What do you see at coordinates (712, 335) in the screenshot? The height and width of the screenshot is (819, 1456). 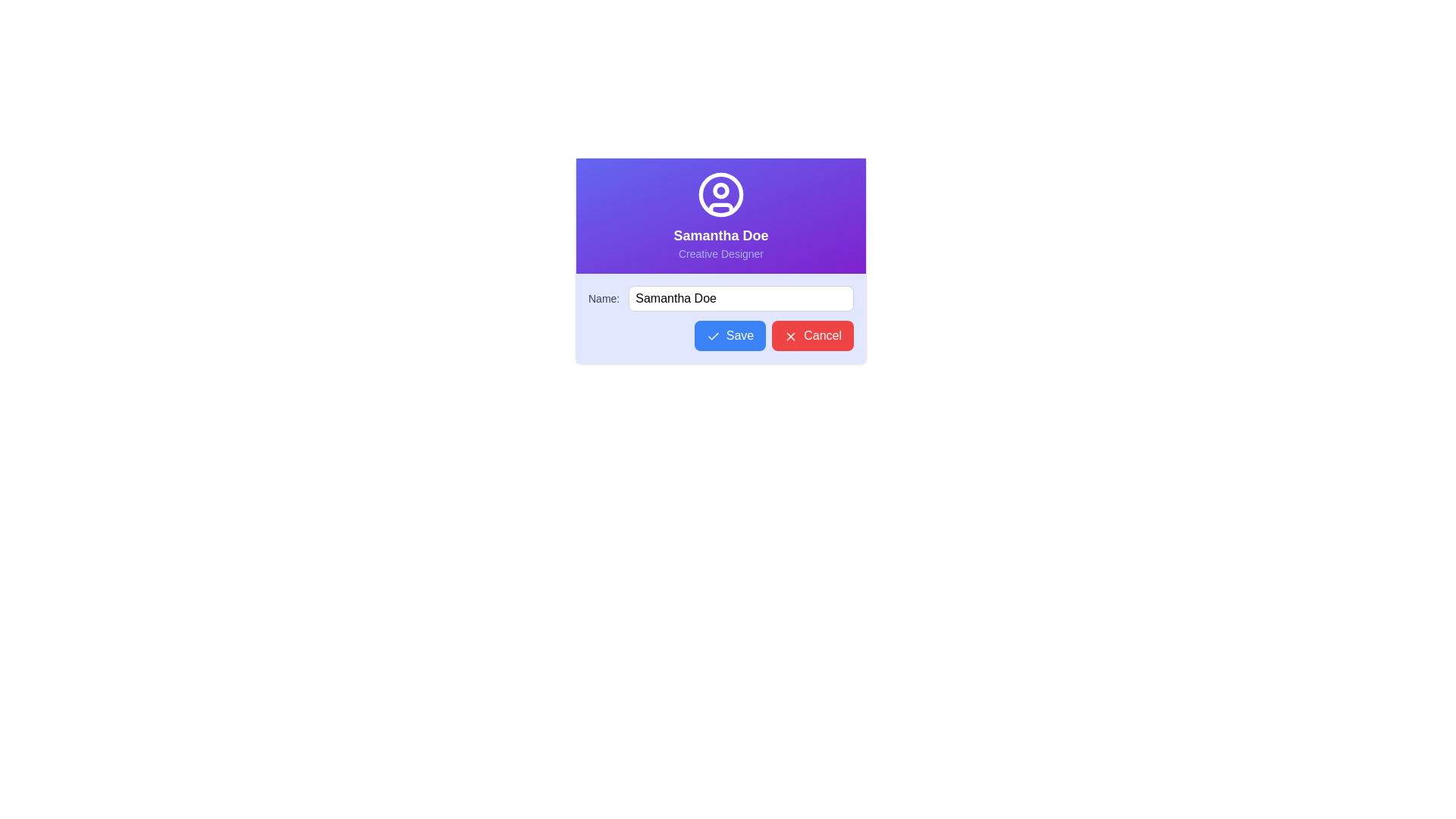 I see `the 'Save' button by clicking on it, which contains a blue check mark icon on its left side` at bounding box center [712, 335].